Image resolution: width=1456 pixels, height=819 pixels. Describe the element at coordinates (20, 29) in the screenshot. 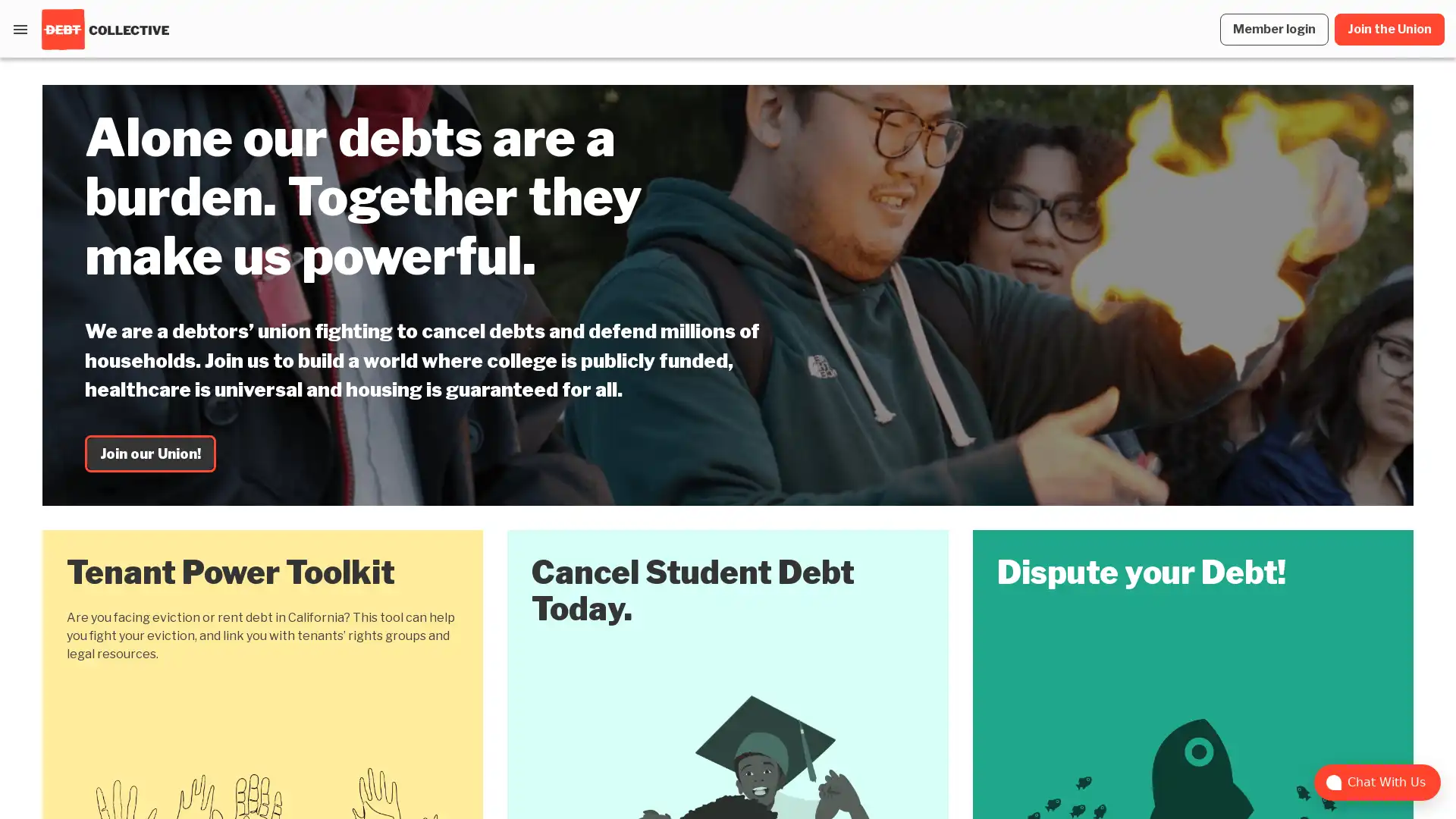

I see `menu` at that location.